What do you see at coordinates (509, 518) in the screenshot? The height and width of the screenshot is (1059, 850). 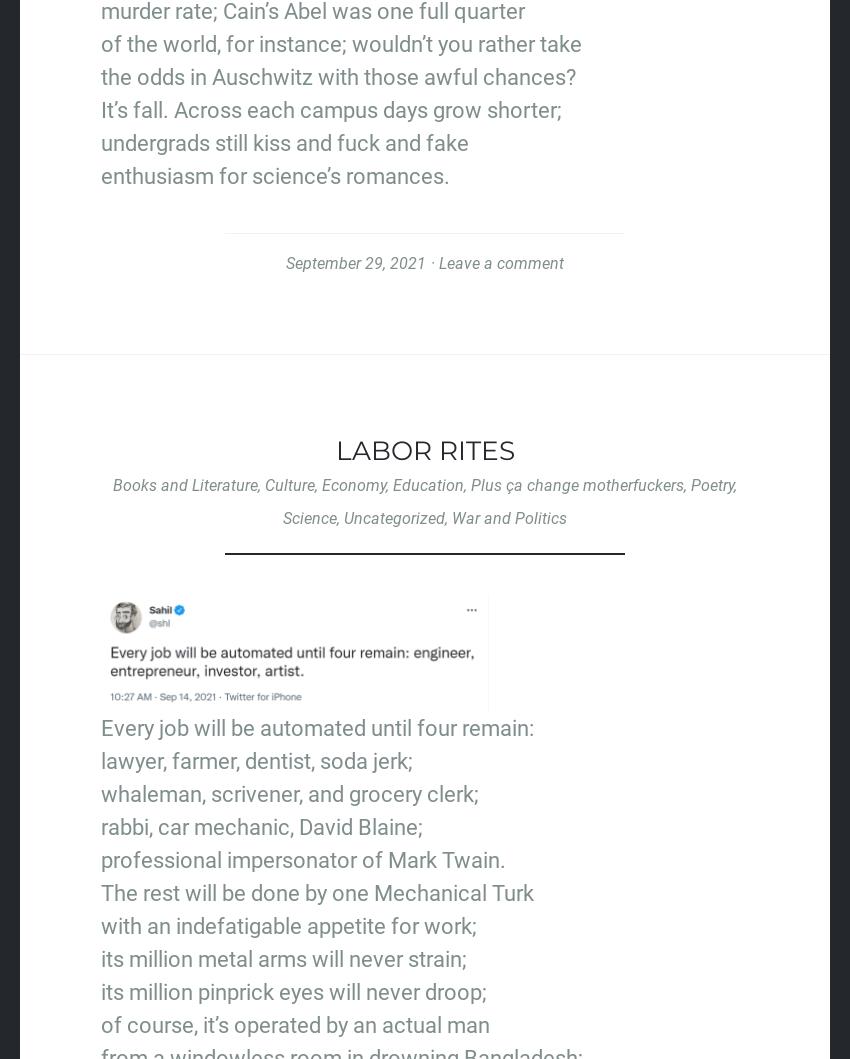 I see `'War and Politics'` at bounding box center [509, 518].